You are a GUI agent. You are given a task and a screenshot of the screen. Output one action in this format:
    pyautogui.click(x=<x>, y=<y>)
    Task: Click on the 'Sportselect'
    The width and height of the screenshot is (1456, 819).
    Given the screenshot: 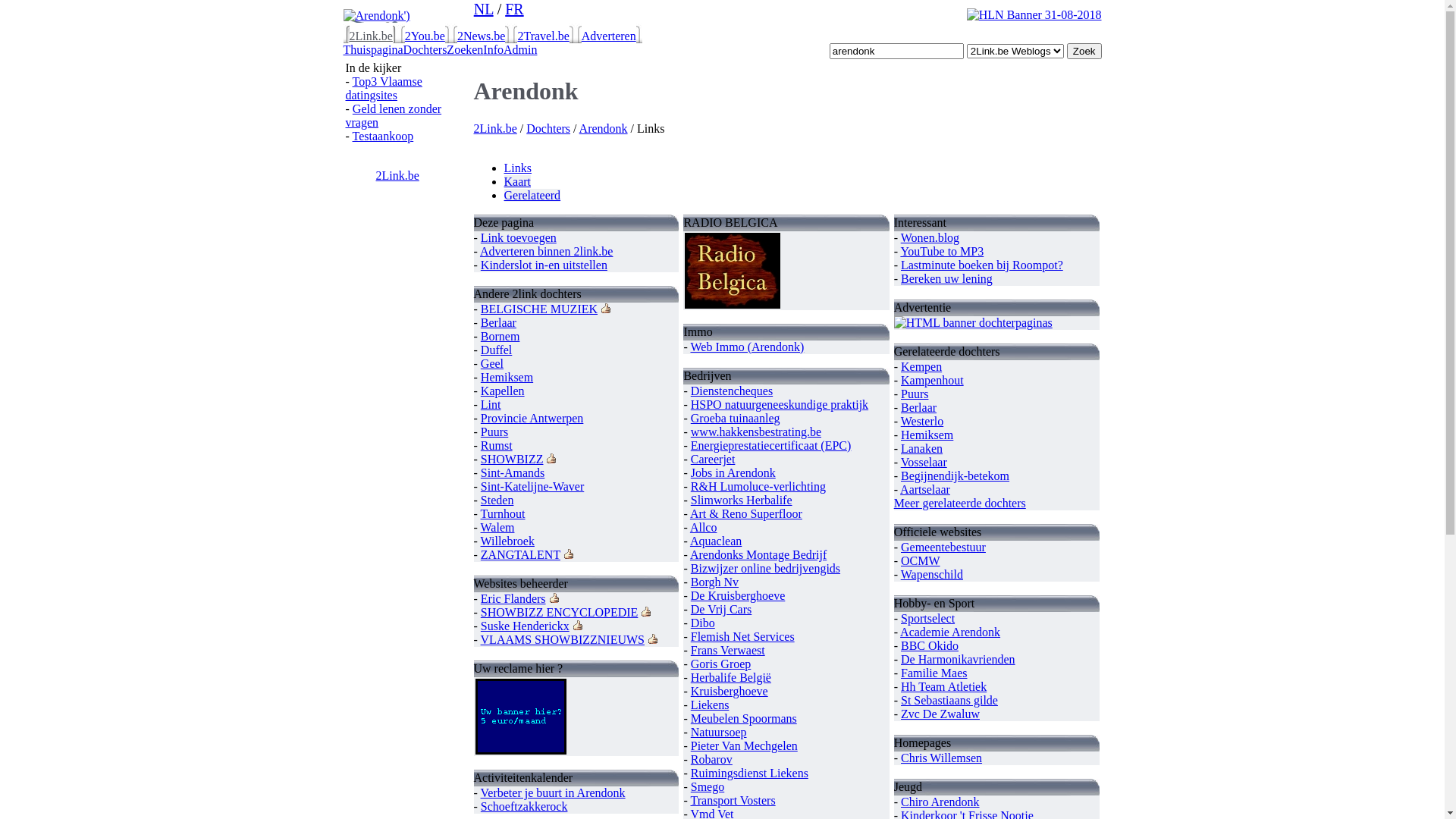 What is the action you would take?
    pyautogui.click(x=927, y=618)
    